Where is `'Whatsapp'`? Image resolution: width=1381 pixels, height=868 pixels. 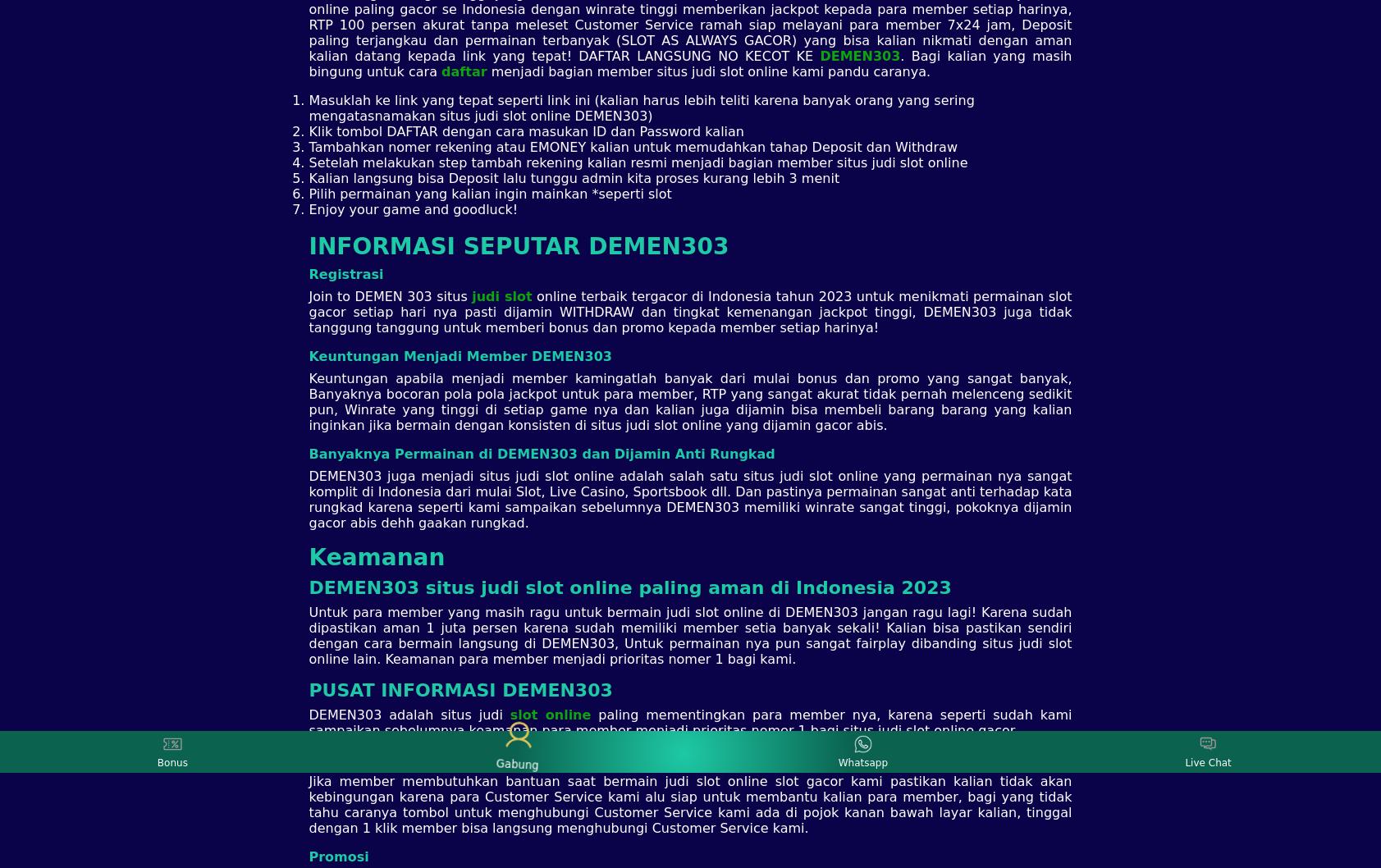
'Whatsapp' is located at coordinates (862, 762).